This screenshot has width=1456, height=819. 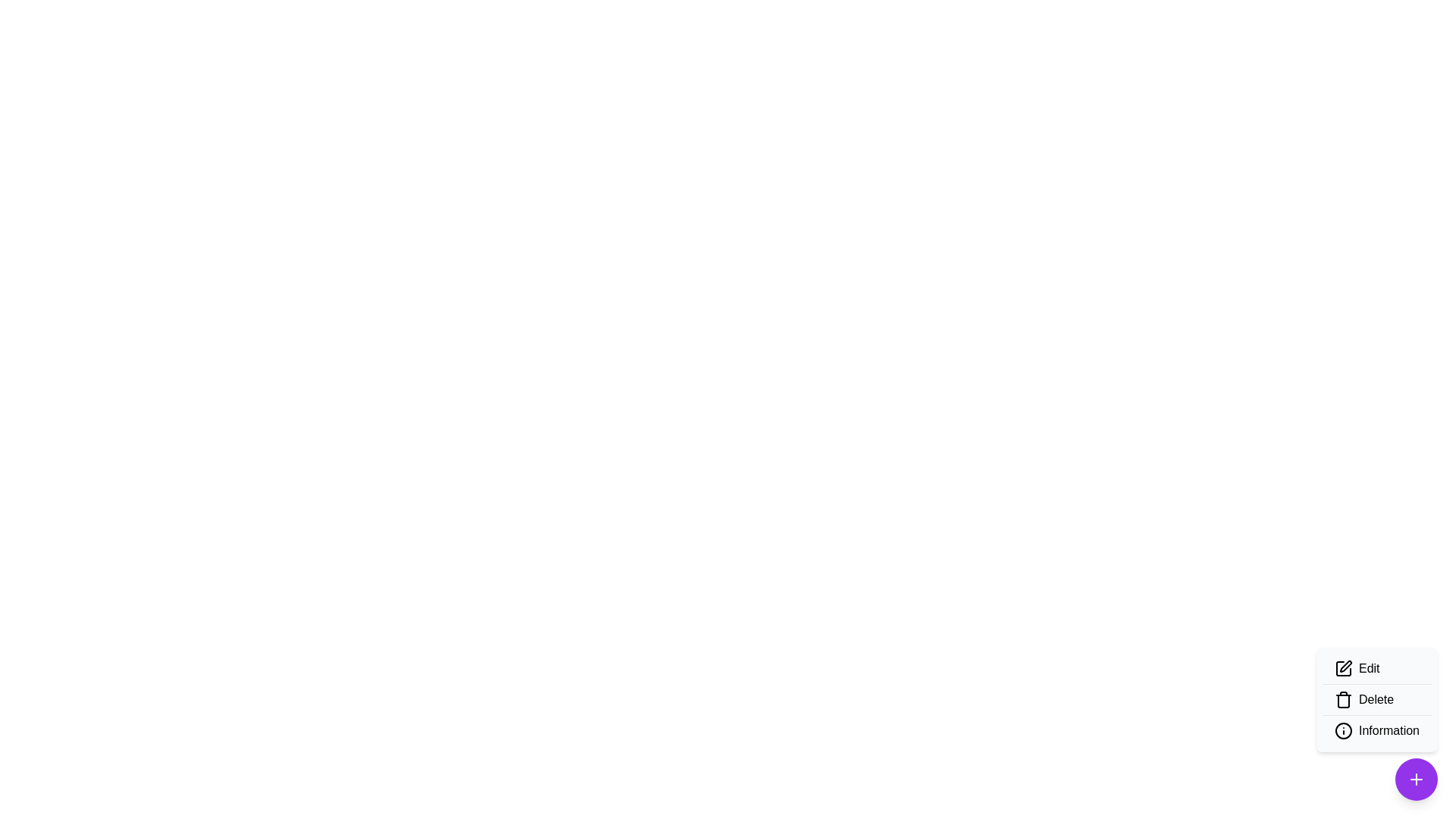 What do you see at coordinates (1343, 699) in the screenshot?
I see `the 'Delete' icon located in the action menu, positioned below the 'Edit' option and above the 'Information' option` at bounding box center [1343, 699].